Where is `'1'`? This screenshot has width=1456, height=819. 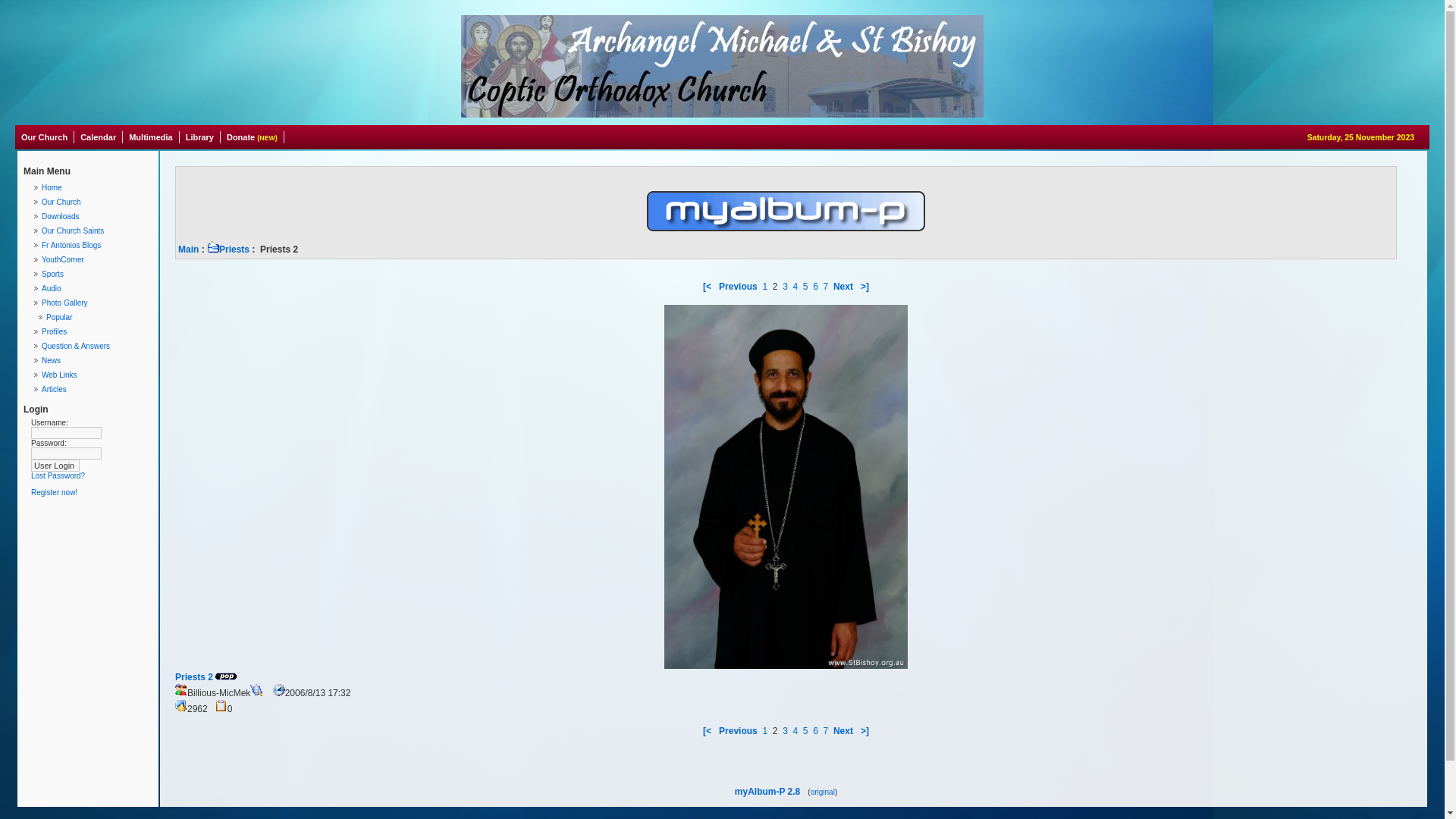 '1' is located at coordinates (764, 730).